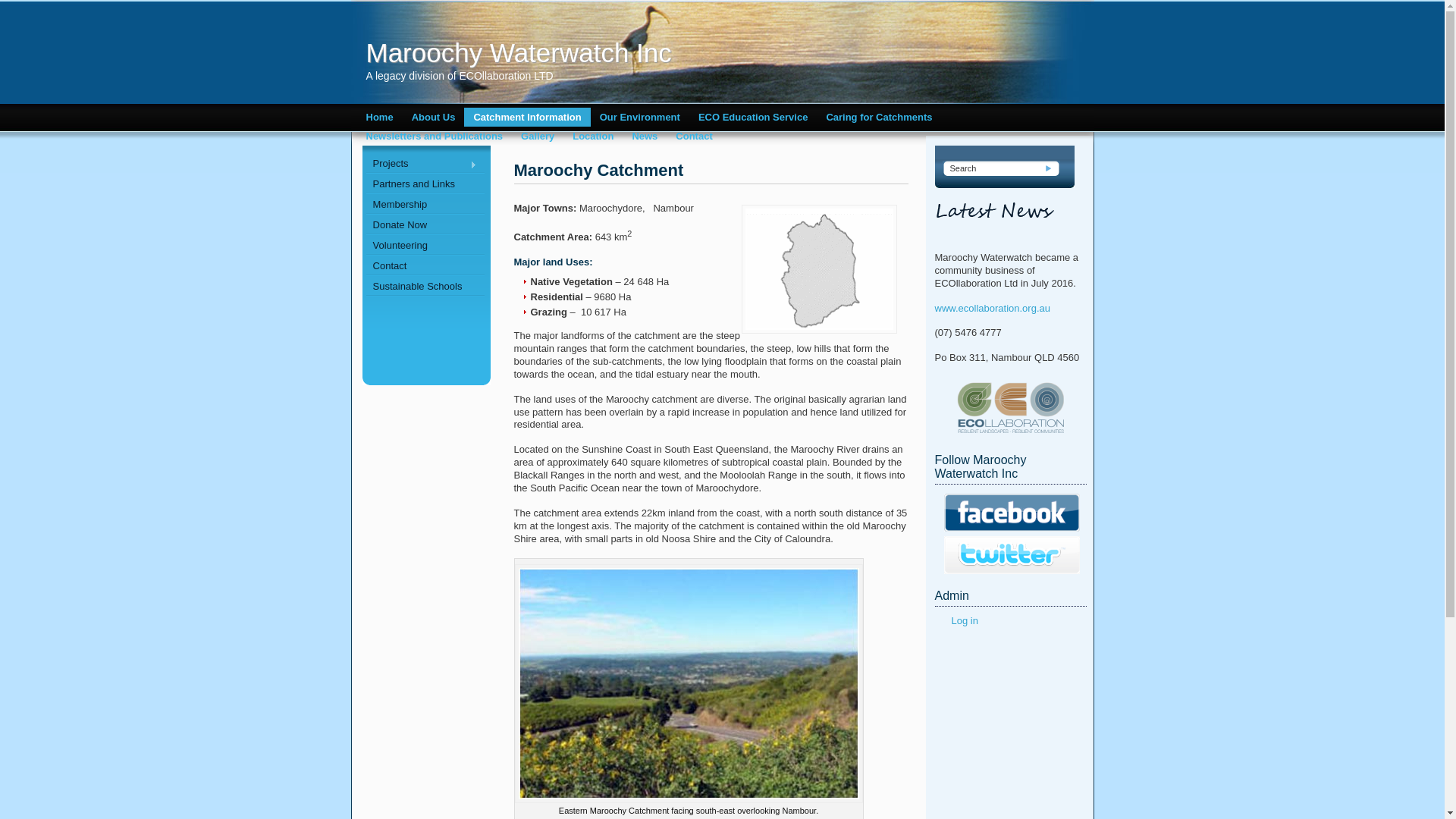  Describe the element at coordinates (425, 286) in the screenshot. I see `'Sustainable Schools'` at that location.